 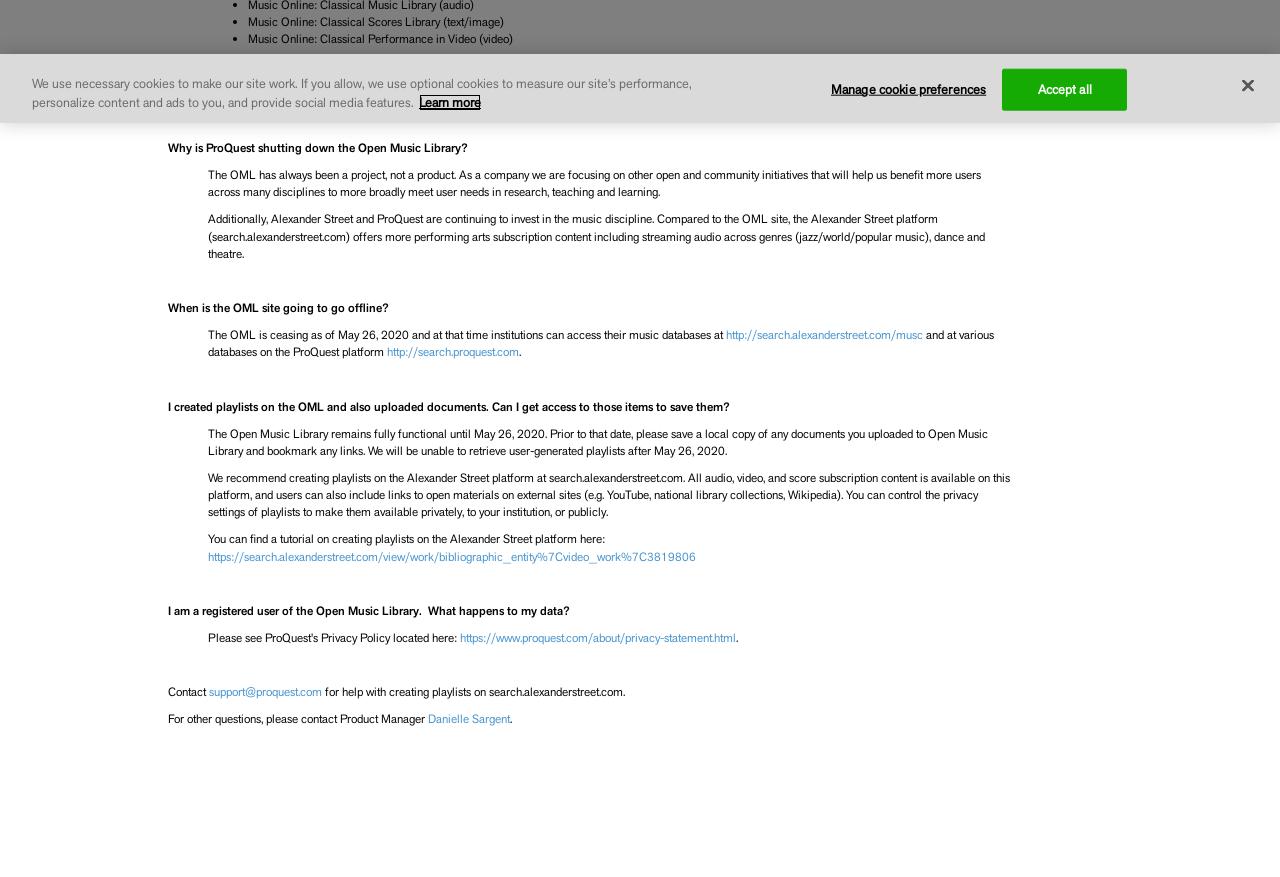 What do you see at coordinates (263, 691) in the screenshot?
I see `'support@proquest.com'` at bounding box center [263, 691].